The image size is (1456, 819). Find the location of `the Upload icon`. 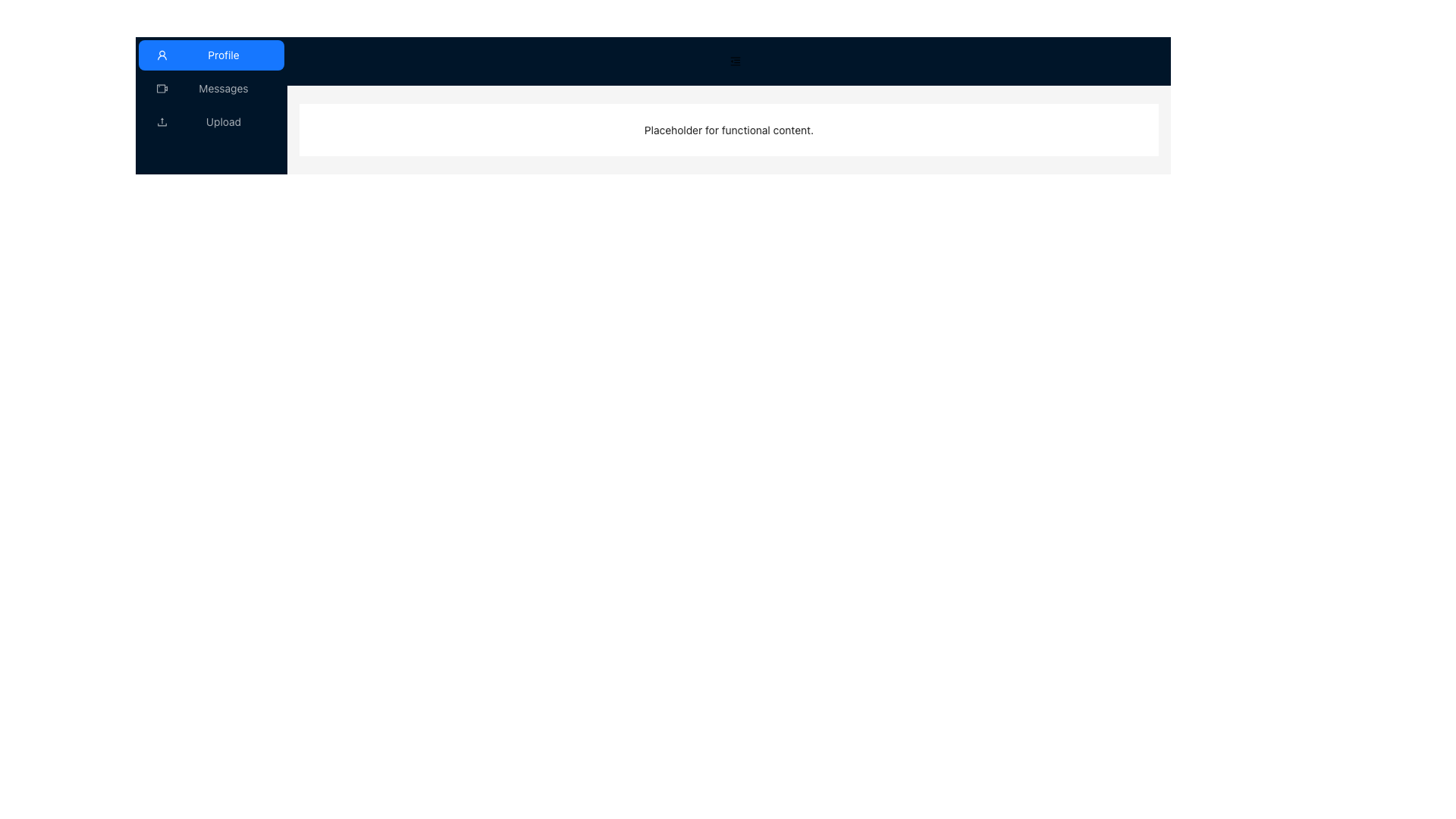

the Upload icon is located at coordinates (162, 121).